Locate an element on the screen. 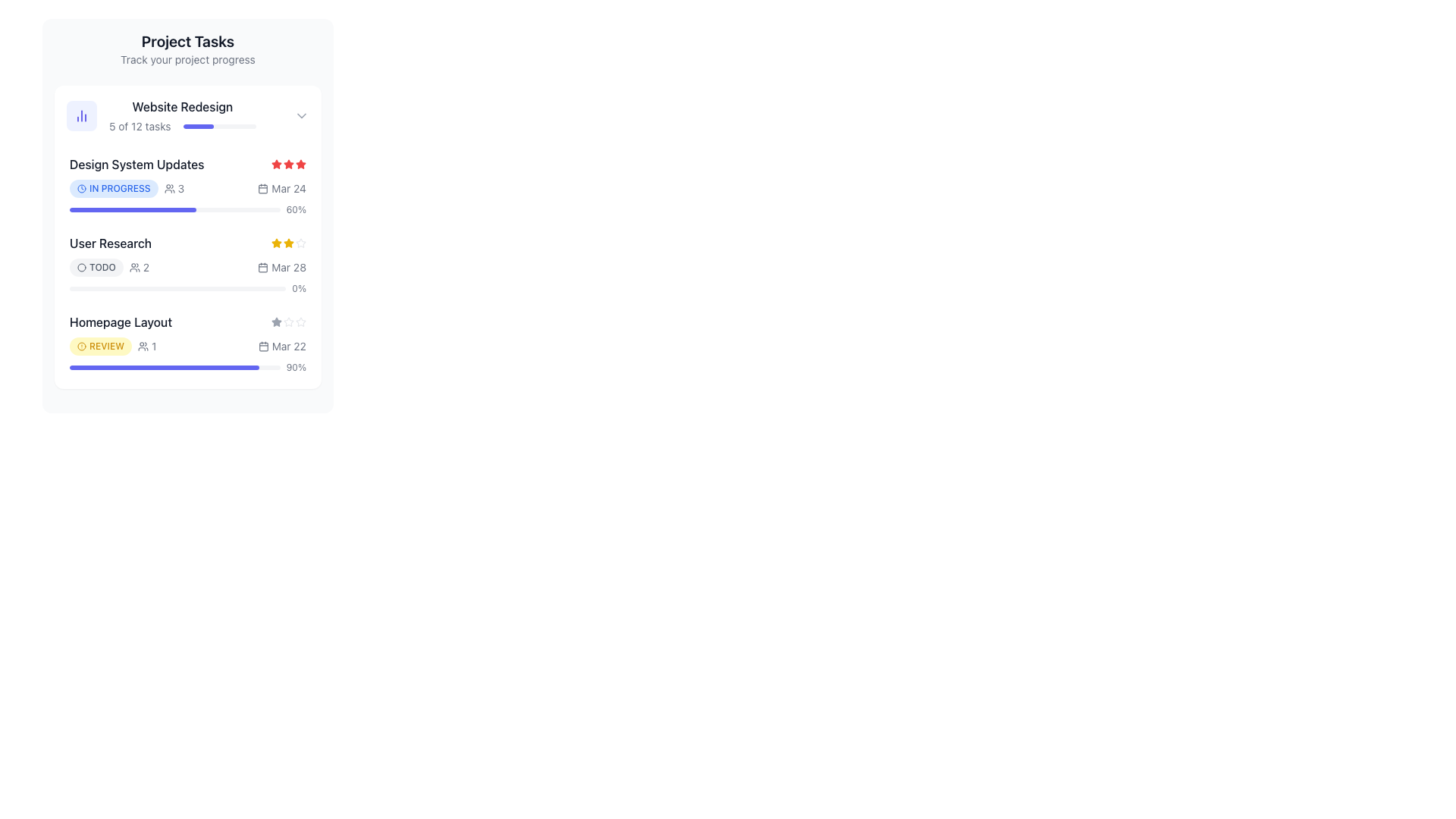  the minimalistic chart icon with three vertical bars located in the 'Website Redesign' section of the 'Project Tasks' card, which appears before the text 'Website Redesign' is located at coordinates (81, 115).